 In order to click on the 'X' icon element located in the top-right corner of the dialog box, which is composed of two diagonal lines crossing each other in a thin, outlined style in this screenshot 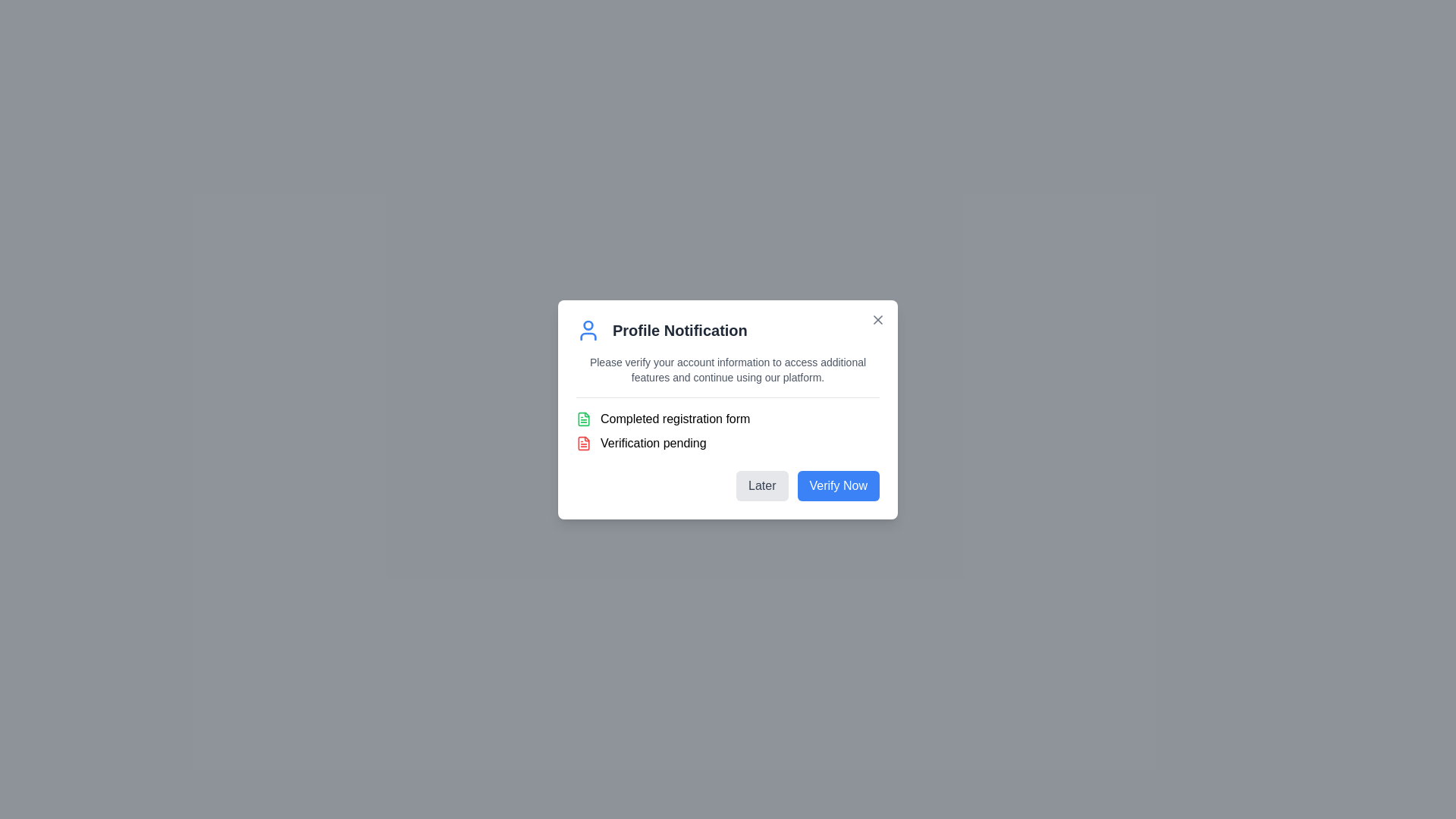, I will do `click(877, 318)`.